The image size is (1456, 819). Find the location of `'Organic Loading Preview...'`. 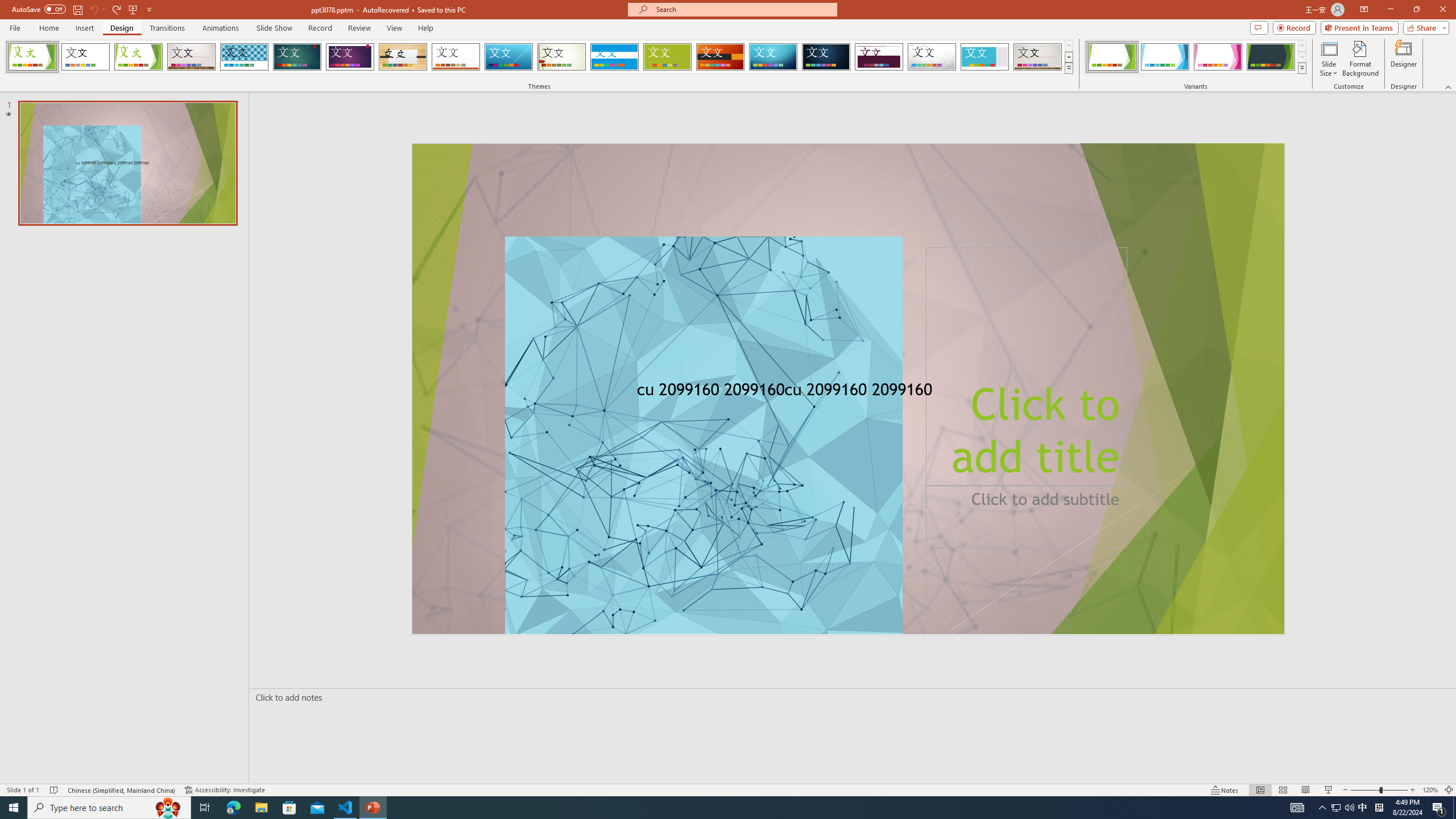

'Organic Loading Preview...' is located at coordinates (403, 56).